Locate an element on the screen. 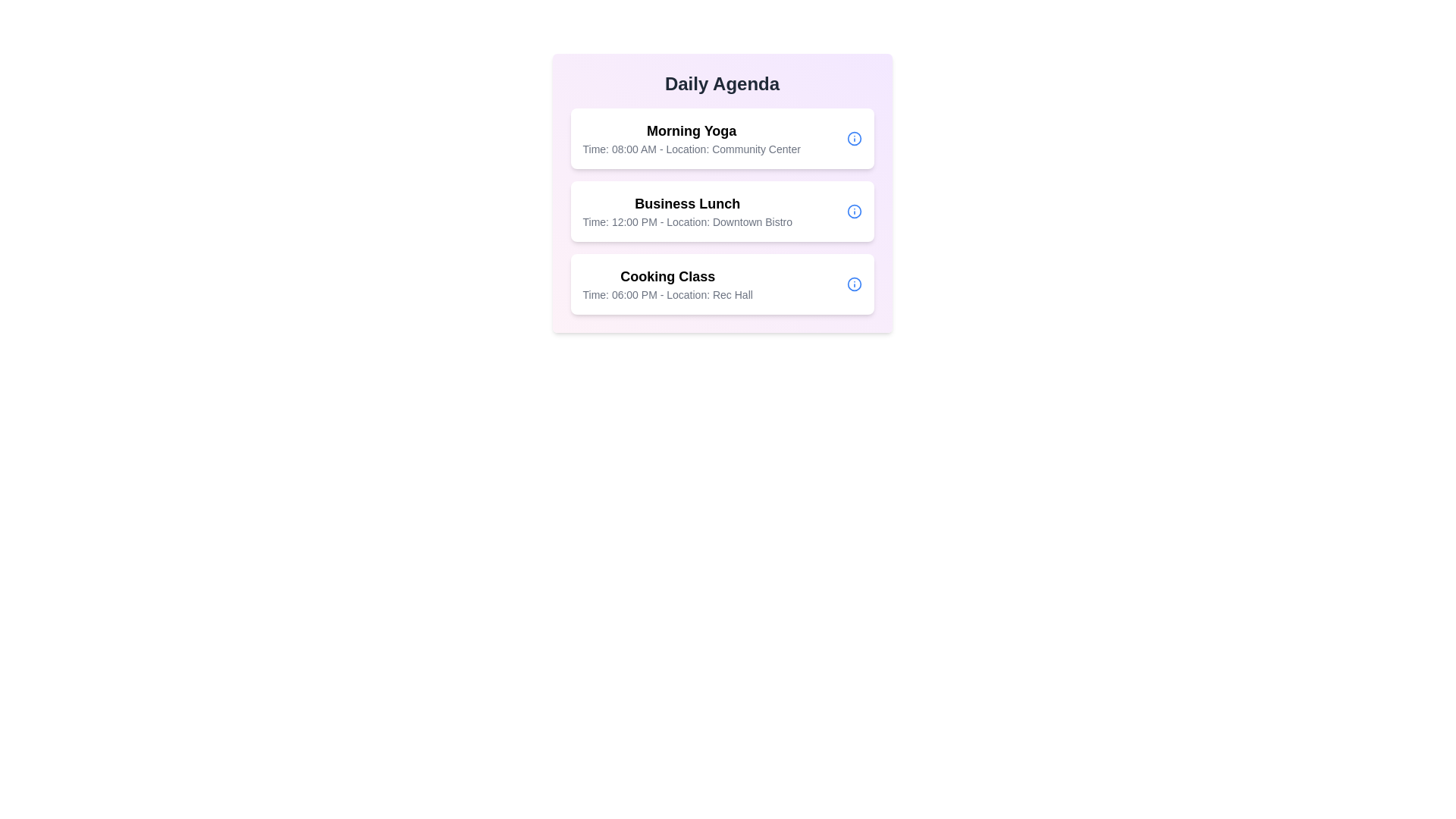 Image resolution: width=1456 pixels, height=819 pixels. the information button for the activity Cooking Class is located at coordinates (854, 284).